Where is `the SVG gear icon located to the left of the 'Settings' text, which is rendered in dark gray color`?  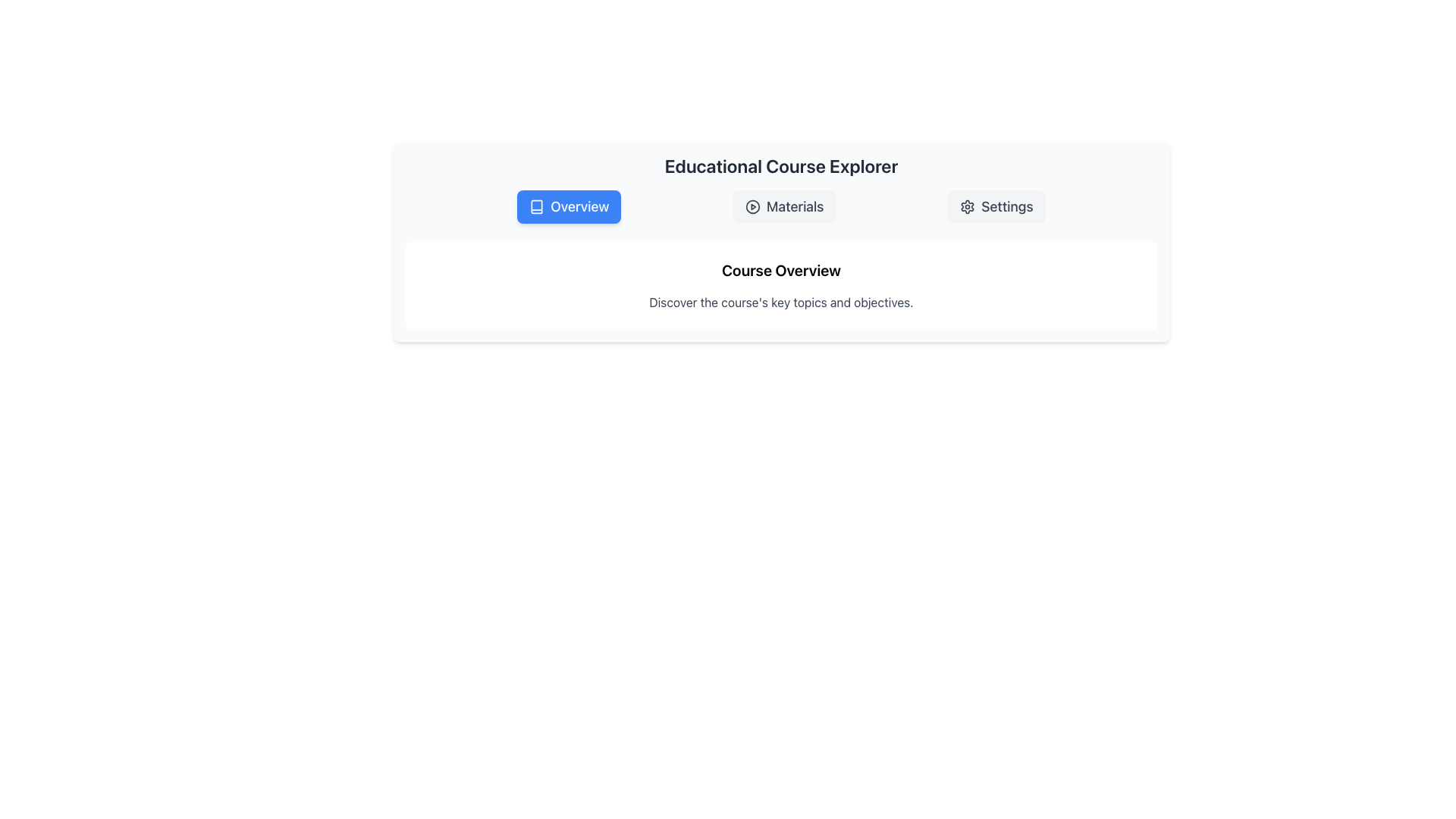 the SVG gear icon located to the left of the 'Settings' text, which is rendered in dark gray color is located at coordinates (967, 207).